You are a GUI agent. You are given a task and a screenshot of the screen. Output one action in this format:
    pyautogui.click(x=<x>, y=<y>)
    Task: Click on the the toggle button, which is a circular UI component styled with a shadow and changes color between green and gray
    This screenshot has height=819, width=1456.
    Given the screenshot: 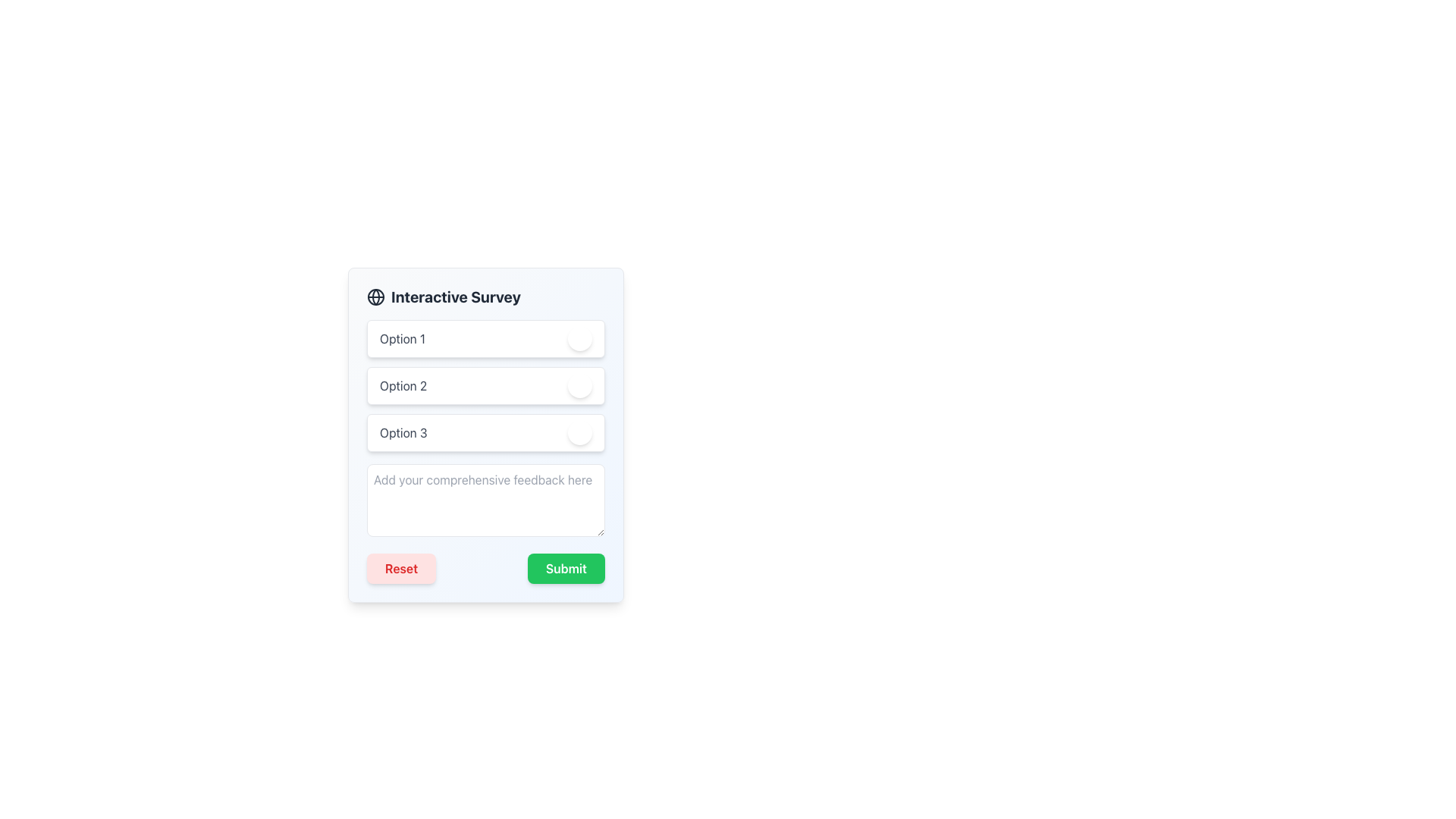 What is the action you would take?
    pyautogui.click(x=579, y=432)
    